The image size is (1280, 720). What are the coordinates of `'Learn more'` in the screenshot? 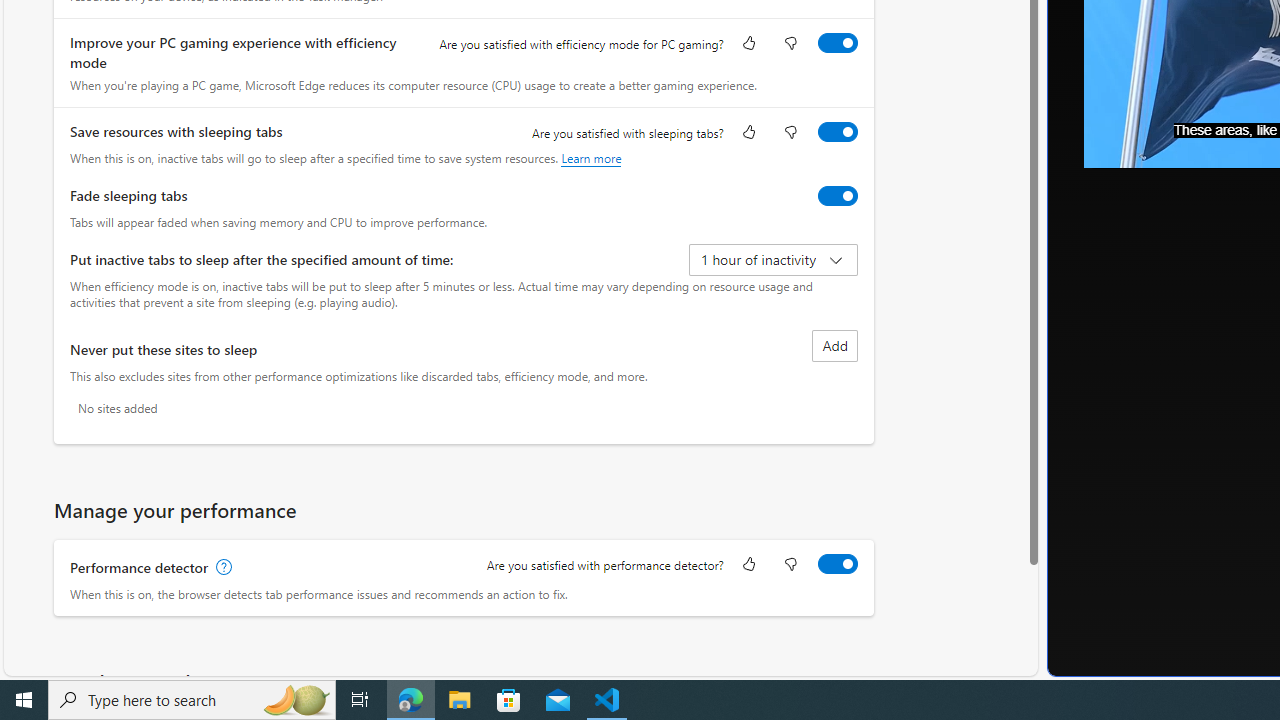 It's located at (590, 157).